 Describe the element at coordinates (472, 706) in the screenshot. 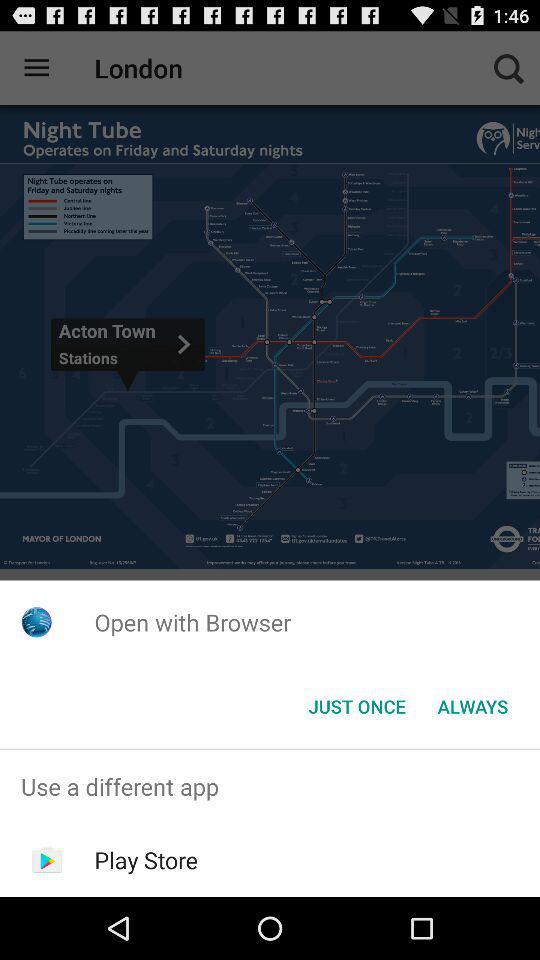

I see `item next to the just once button` at that location.